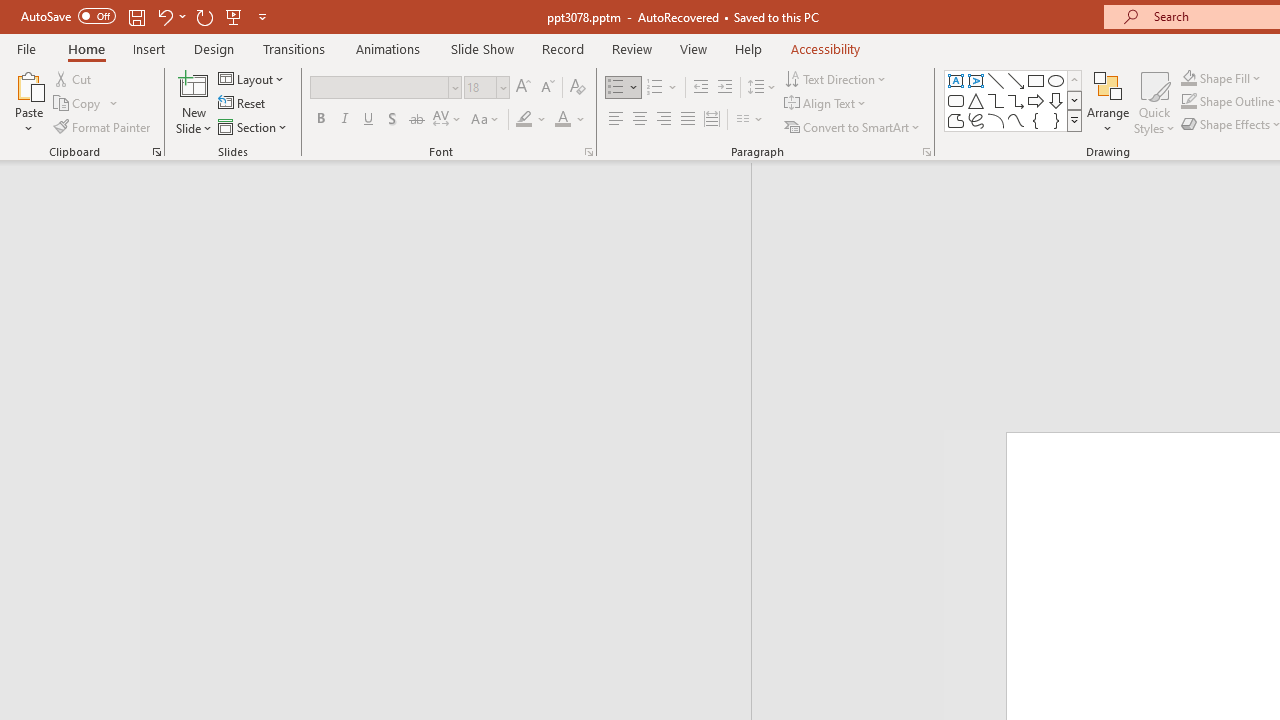 Image resolution: width=1280 pixels, height=720 pixels. What do you see at coordinates (531, 119) in the screenshot?
I see `'Text Highlight Color'` at bounding box center [531, 119].